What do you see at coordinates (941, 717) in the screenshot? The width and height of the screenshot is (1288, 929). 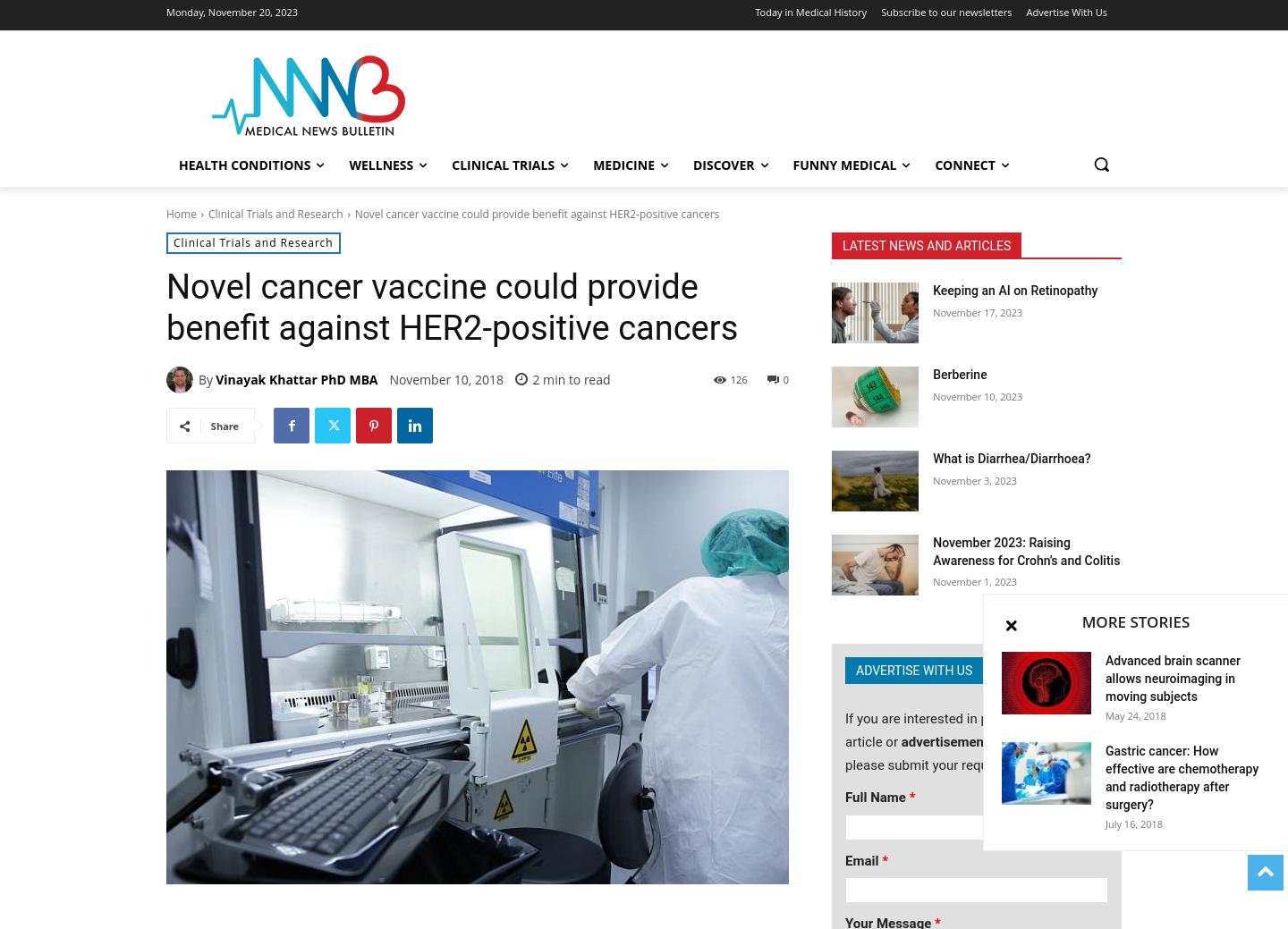 I see `'If you are interested in placing a'` at bounding box center [941, 717].